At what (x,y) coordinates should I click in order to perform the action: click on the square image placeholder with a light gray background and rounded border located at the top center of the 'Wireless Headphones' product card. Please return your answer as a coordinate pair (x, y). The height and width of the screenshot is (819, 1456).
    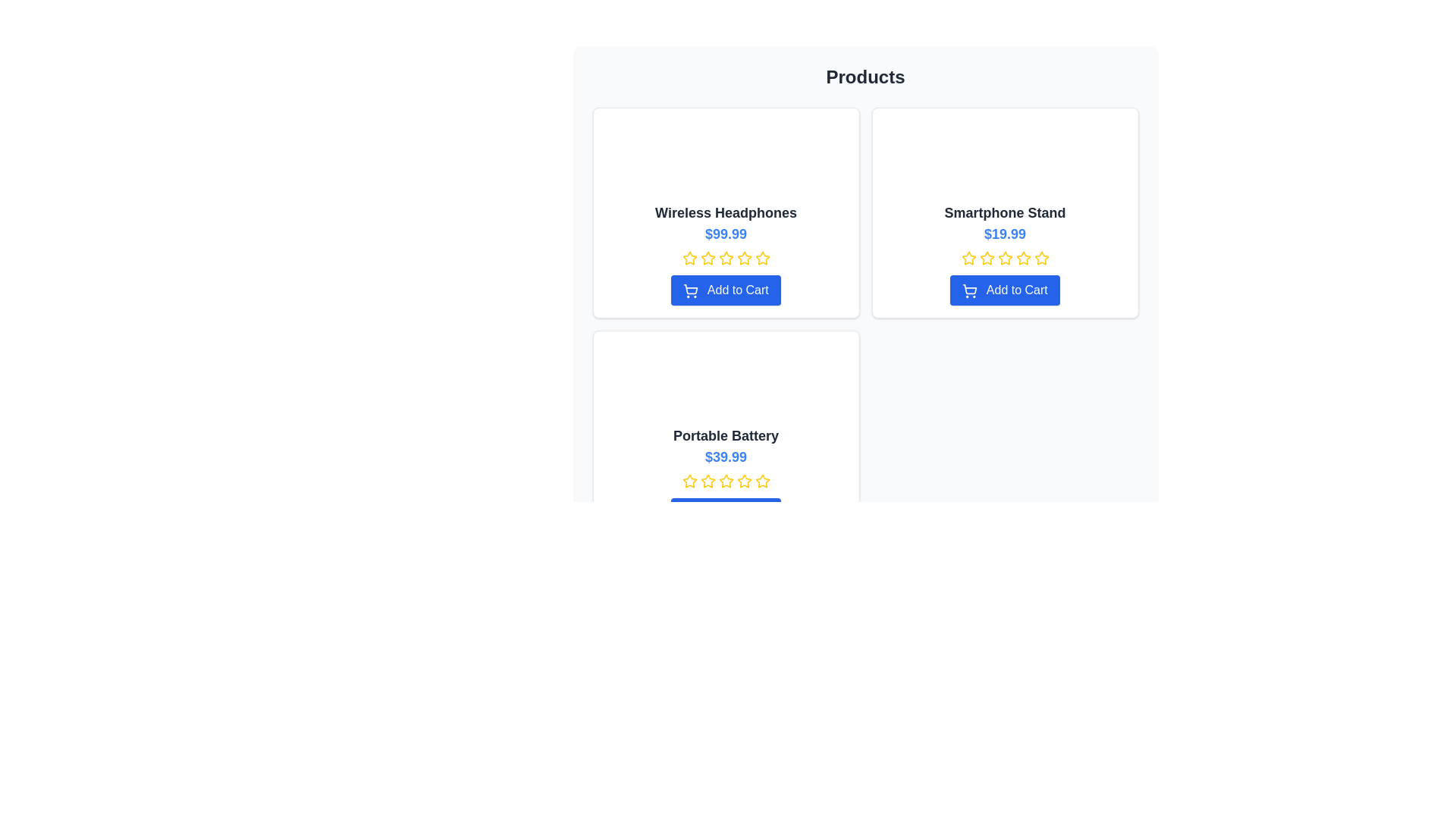
    Looking at the image, I should click on (725, 157).